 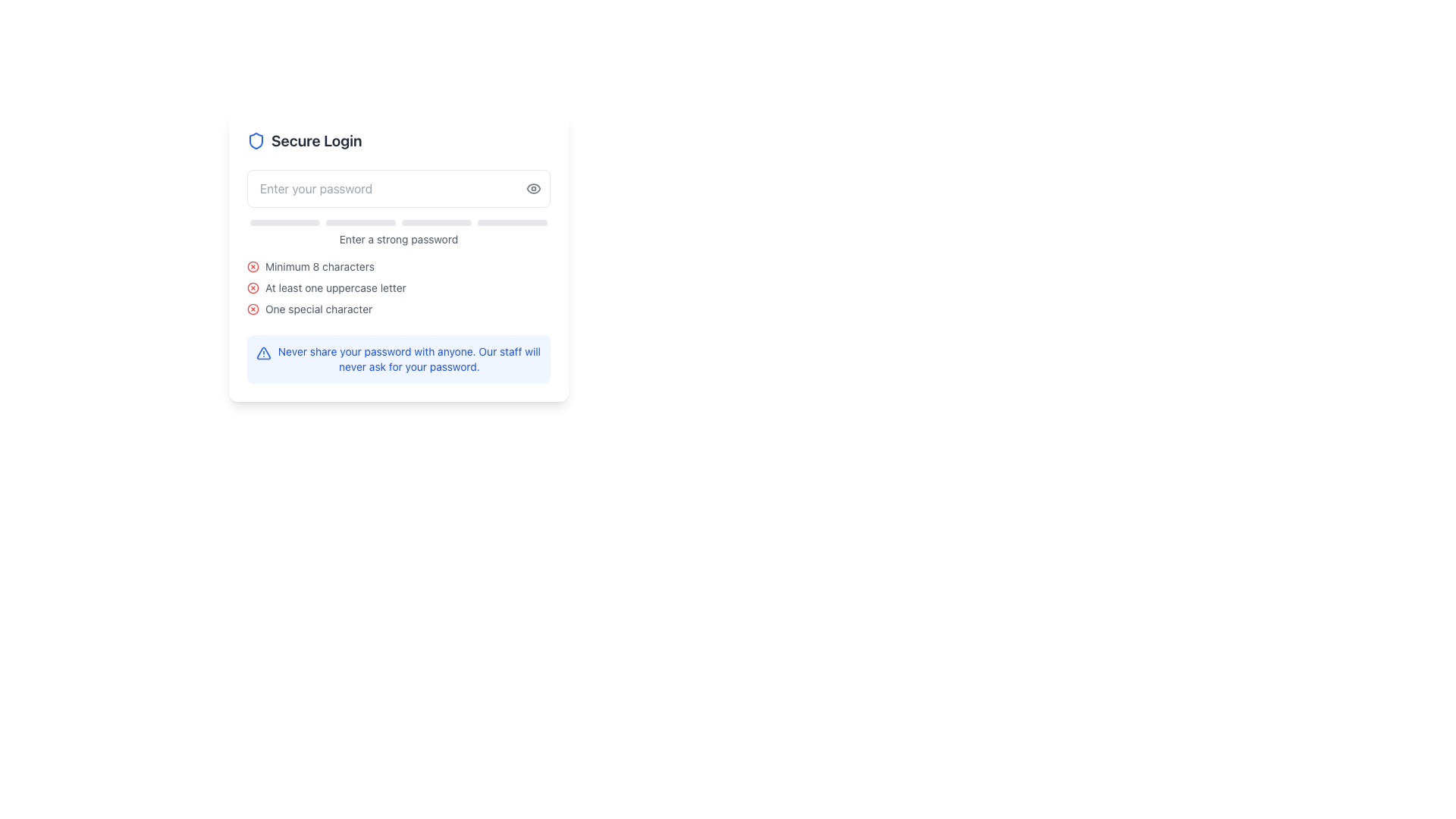 I want to click on the Password strength indicator bar, which is a horizontal bar composed of four rounded rectangle segments located below the password input field, so click(x=399, y=222).